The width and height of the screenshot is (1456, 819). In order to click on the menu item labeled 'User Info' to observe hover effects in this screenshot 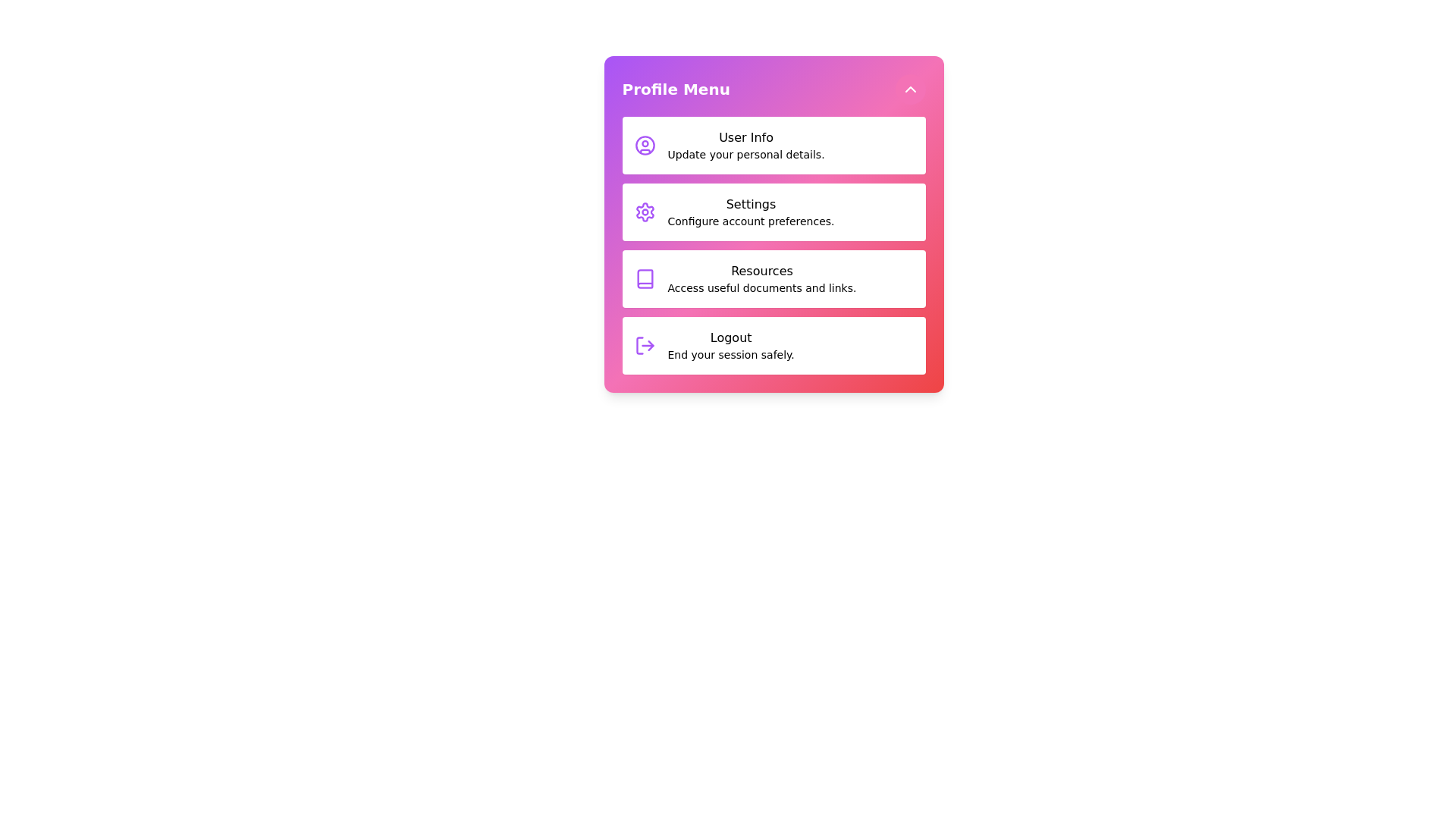, I will do `click(773, 146)`.